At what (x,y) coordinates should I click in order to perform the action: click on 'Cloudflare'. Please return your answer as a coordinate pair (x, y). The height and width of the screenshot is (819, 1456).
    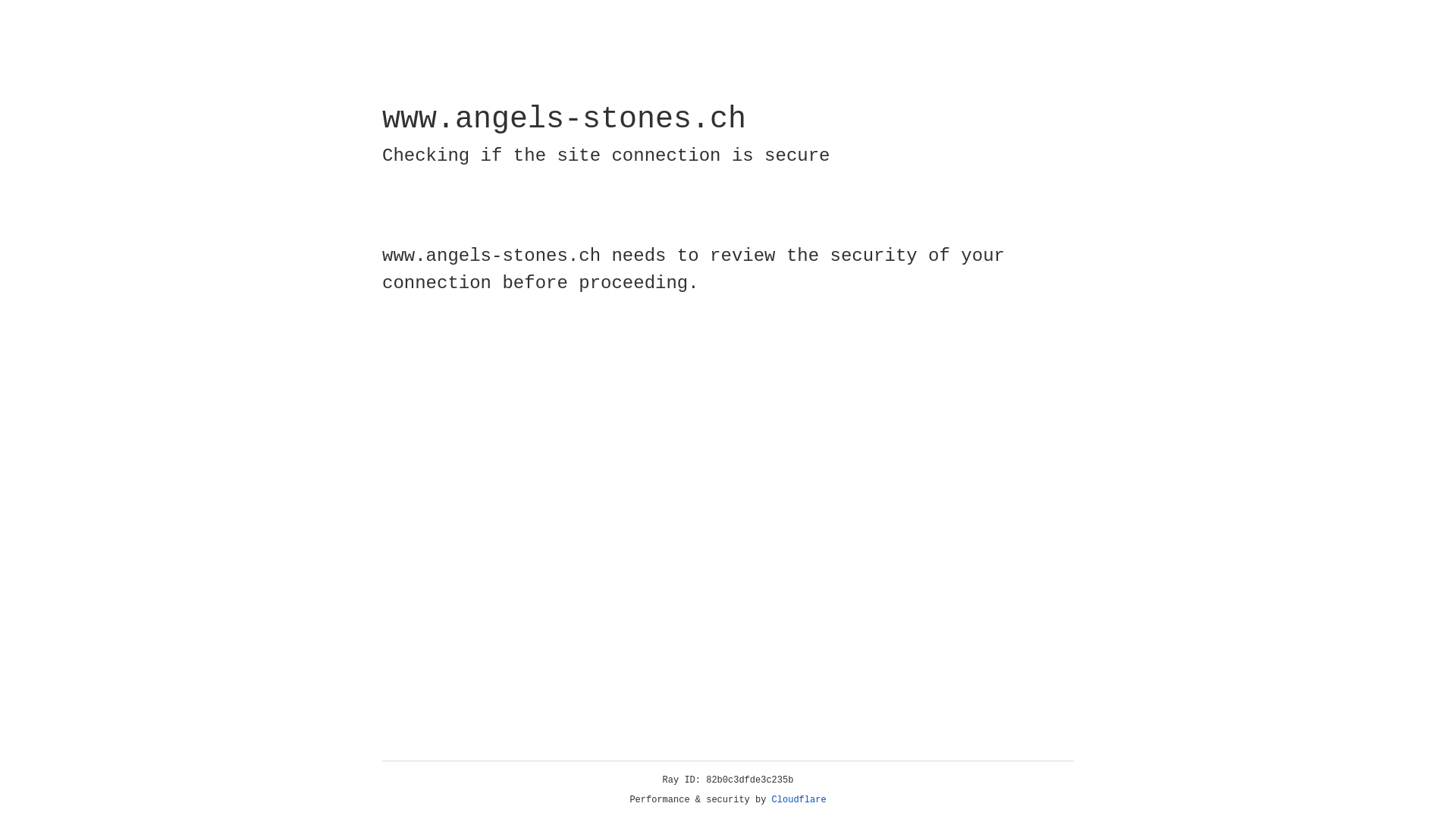
    Looking at the image, I should click on (771, 799).